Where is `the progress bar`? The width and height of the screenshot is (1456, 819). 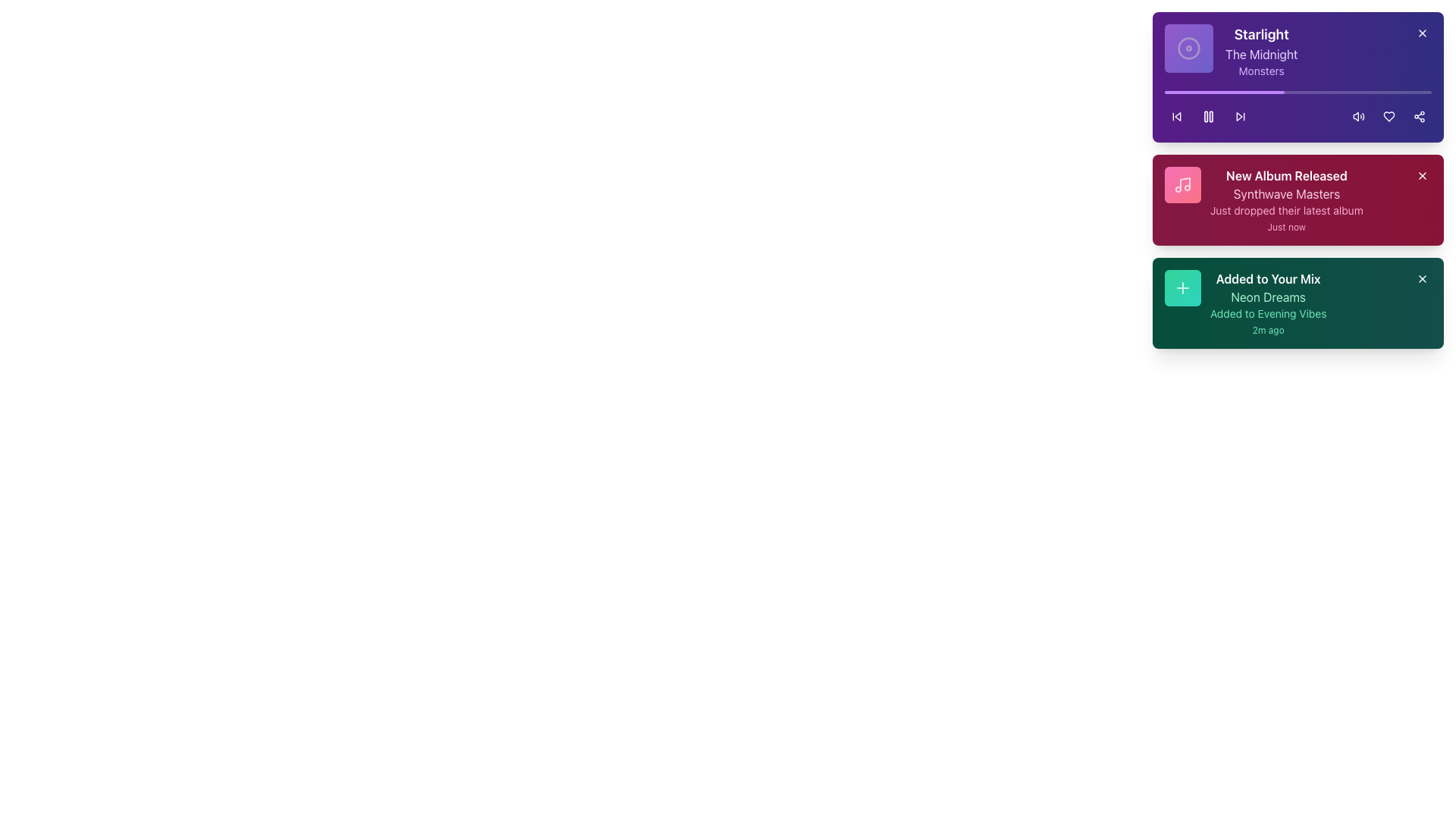 the progress bar is located at coordinates (1213, 93).